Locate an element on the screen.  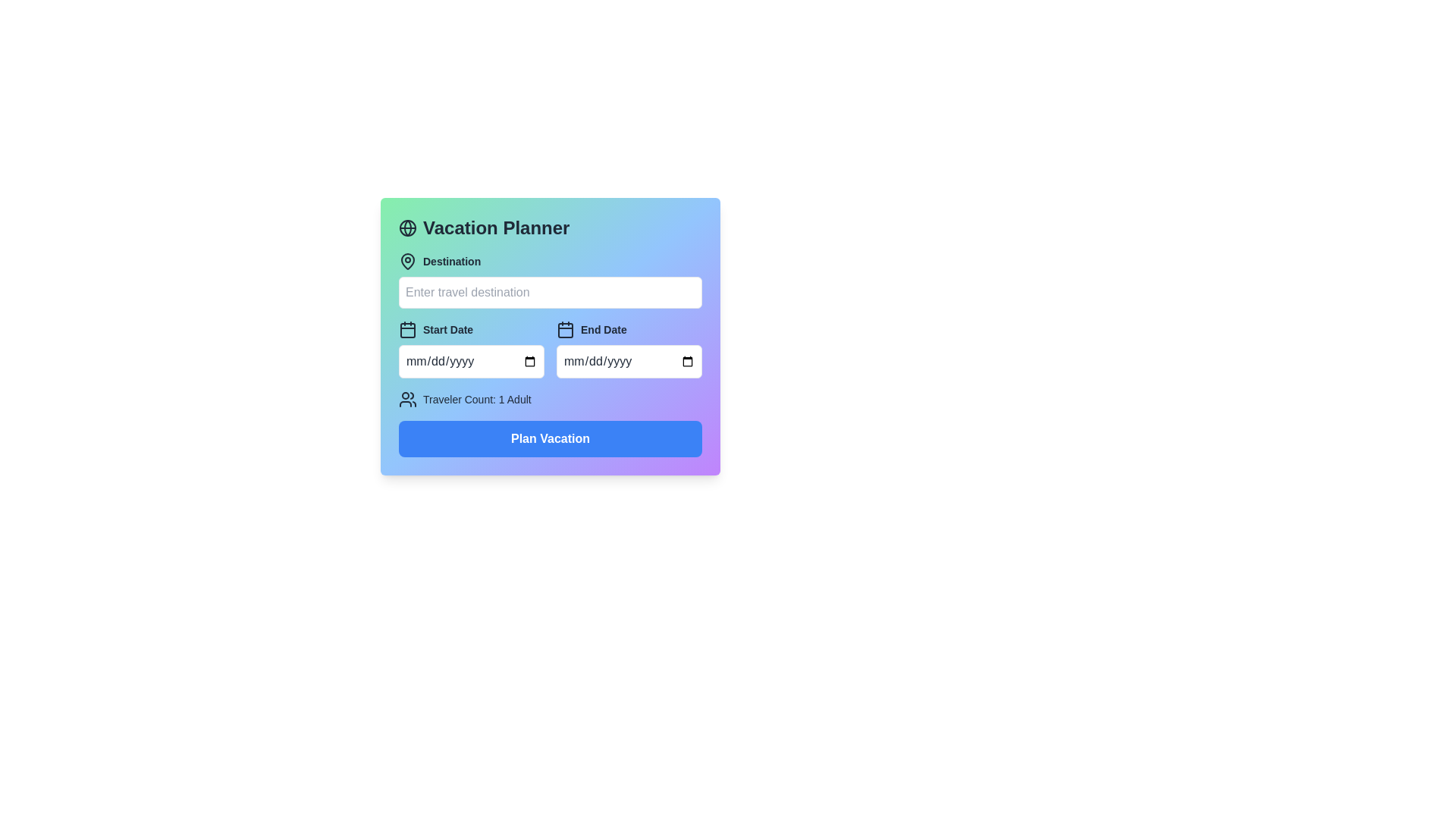
the inner blue rounded rectangle of the calendar icon located to the right of the 'End Date' text input field is located at coordinates (564, 329).